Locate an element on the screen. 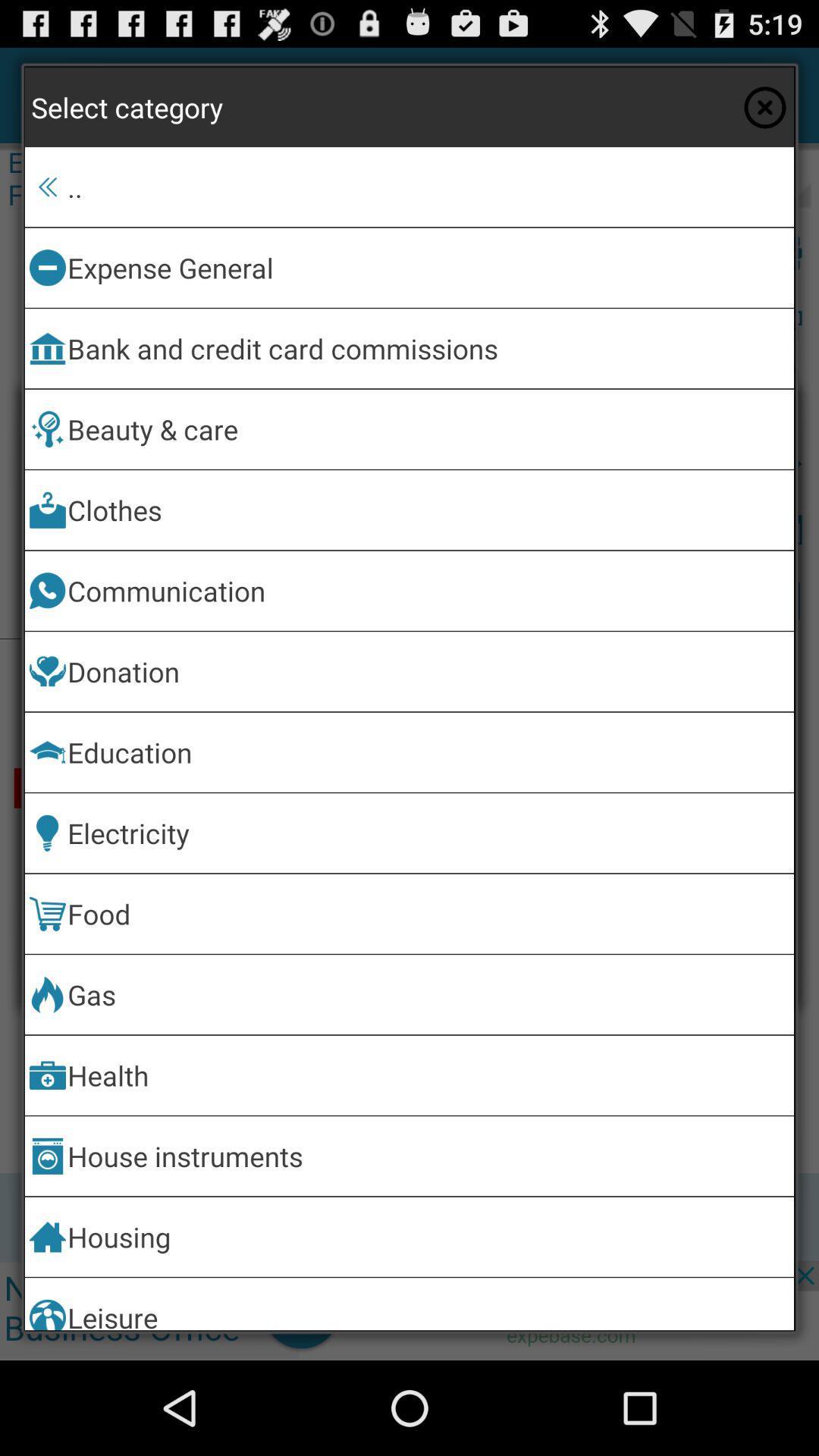  electricity is located at coordinates (428, 832).